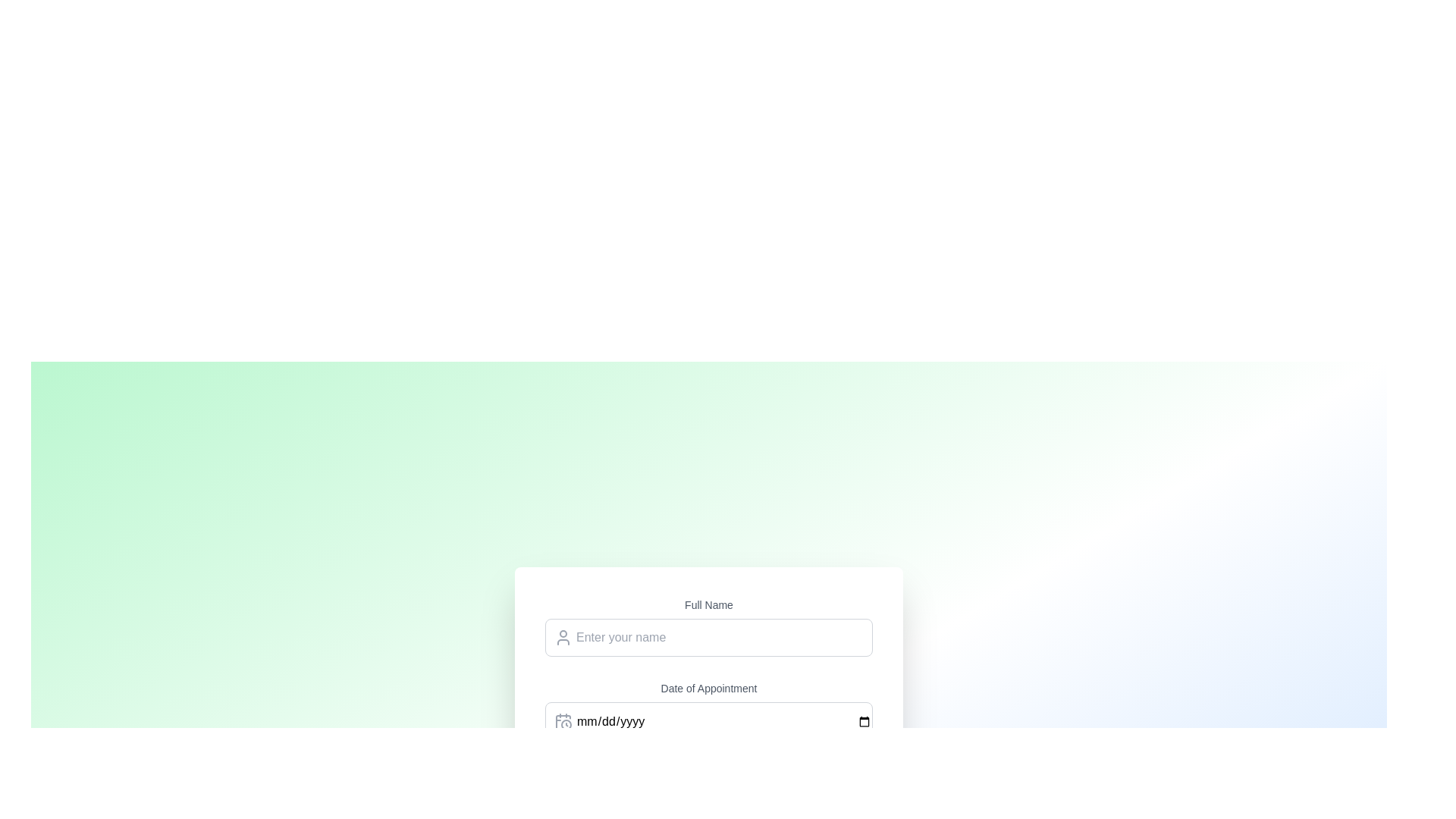 This screenshot has width=1456, height=819. Describe the element at coordinates (563, 721) in the screenshot. I see `the calendar-clock SVG icon element that is positioned near the 'Date of Appointment' text, specifically targeting the leftmost group of elements within the icon` at that location.